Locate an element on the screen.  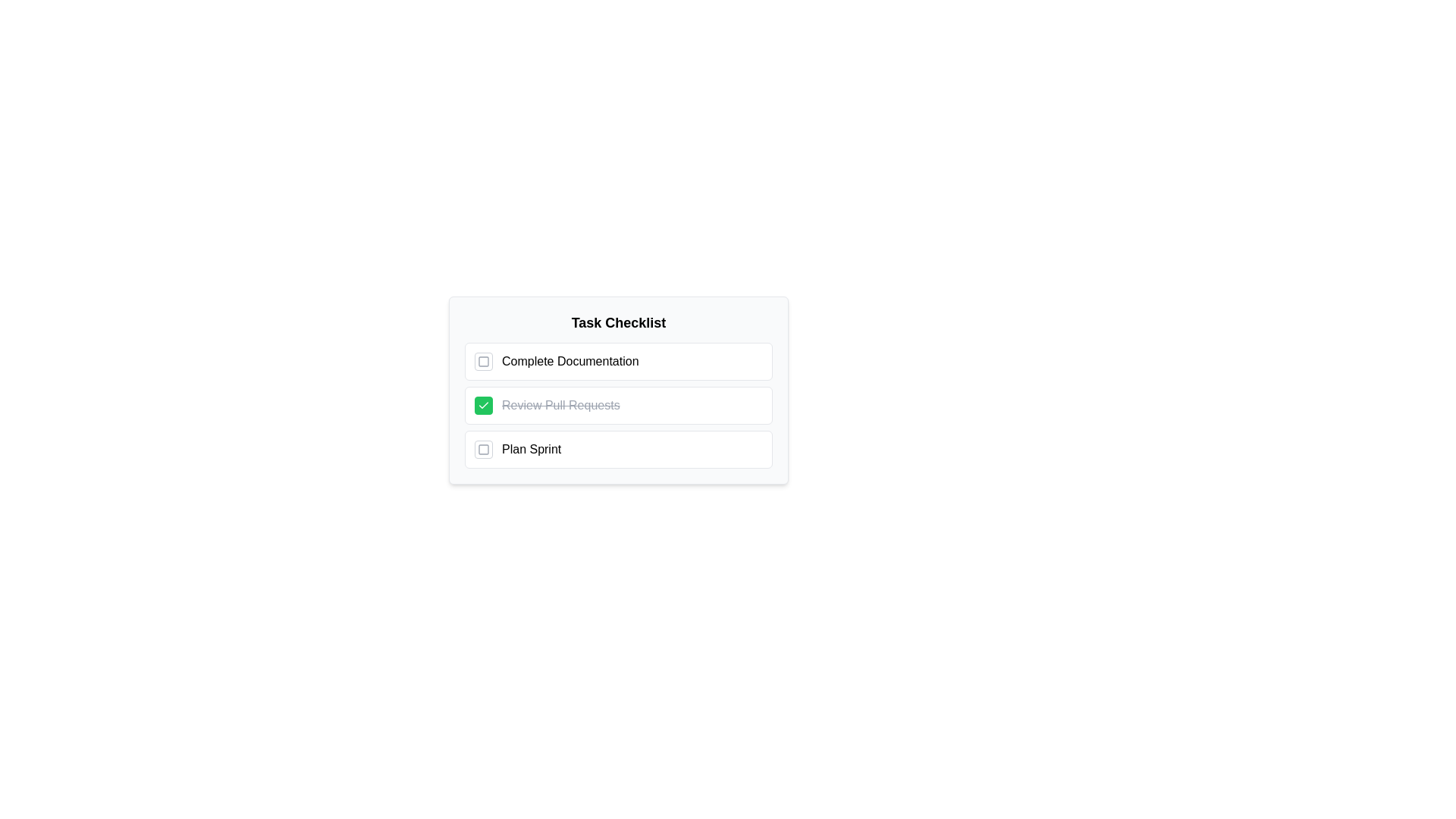
the checkbox located to the left of the 'Plan Sprint' text is located at coordinates (483, 449).